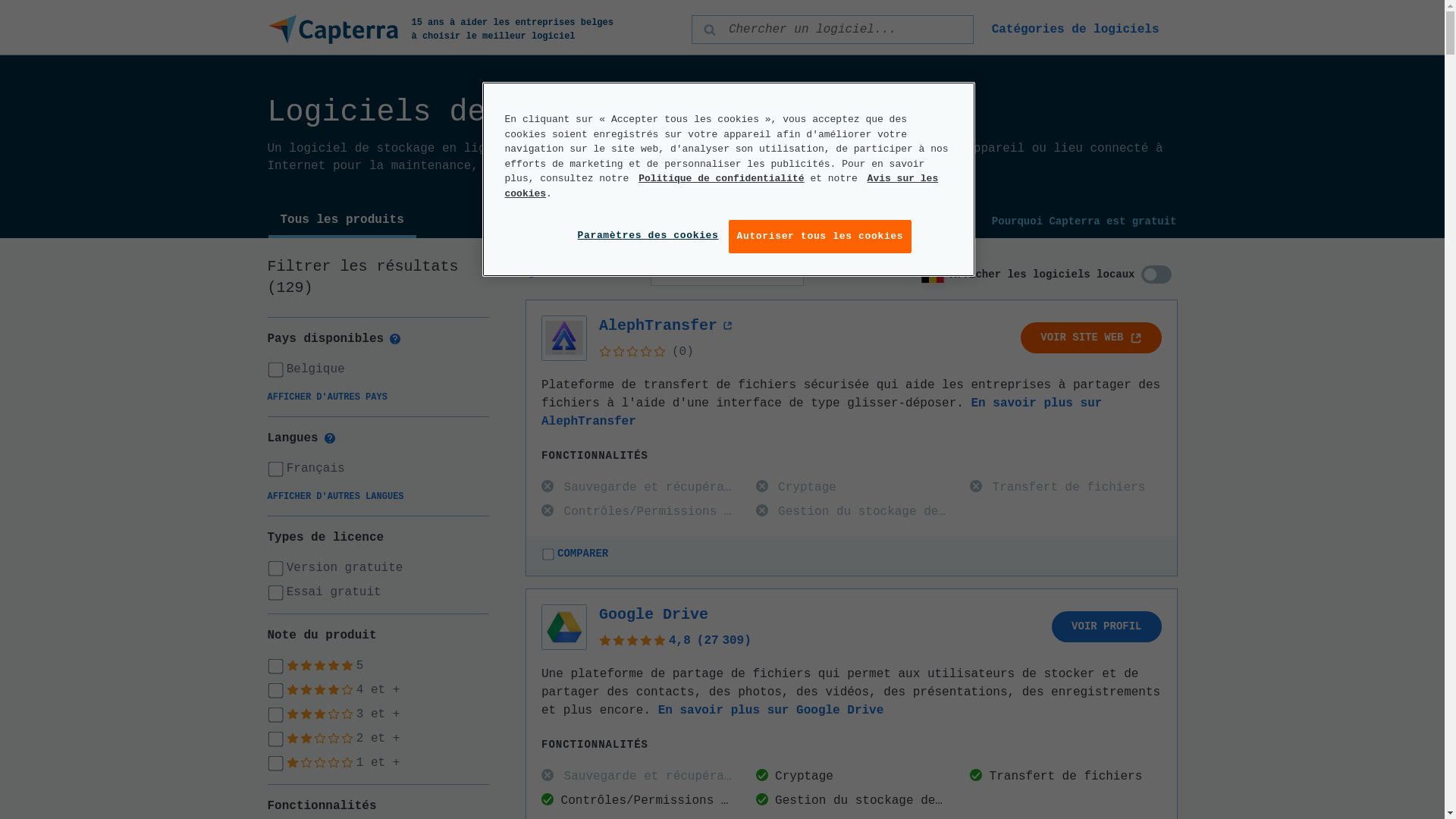  Describe the element at coordinates (378, 690) in the screenshot. I see `'4 et +'` at that location.